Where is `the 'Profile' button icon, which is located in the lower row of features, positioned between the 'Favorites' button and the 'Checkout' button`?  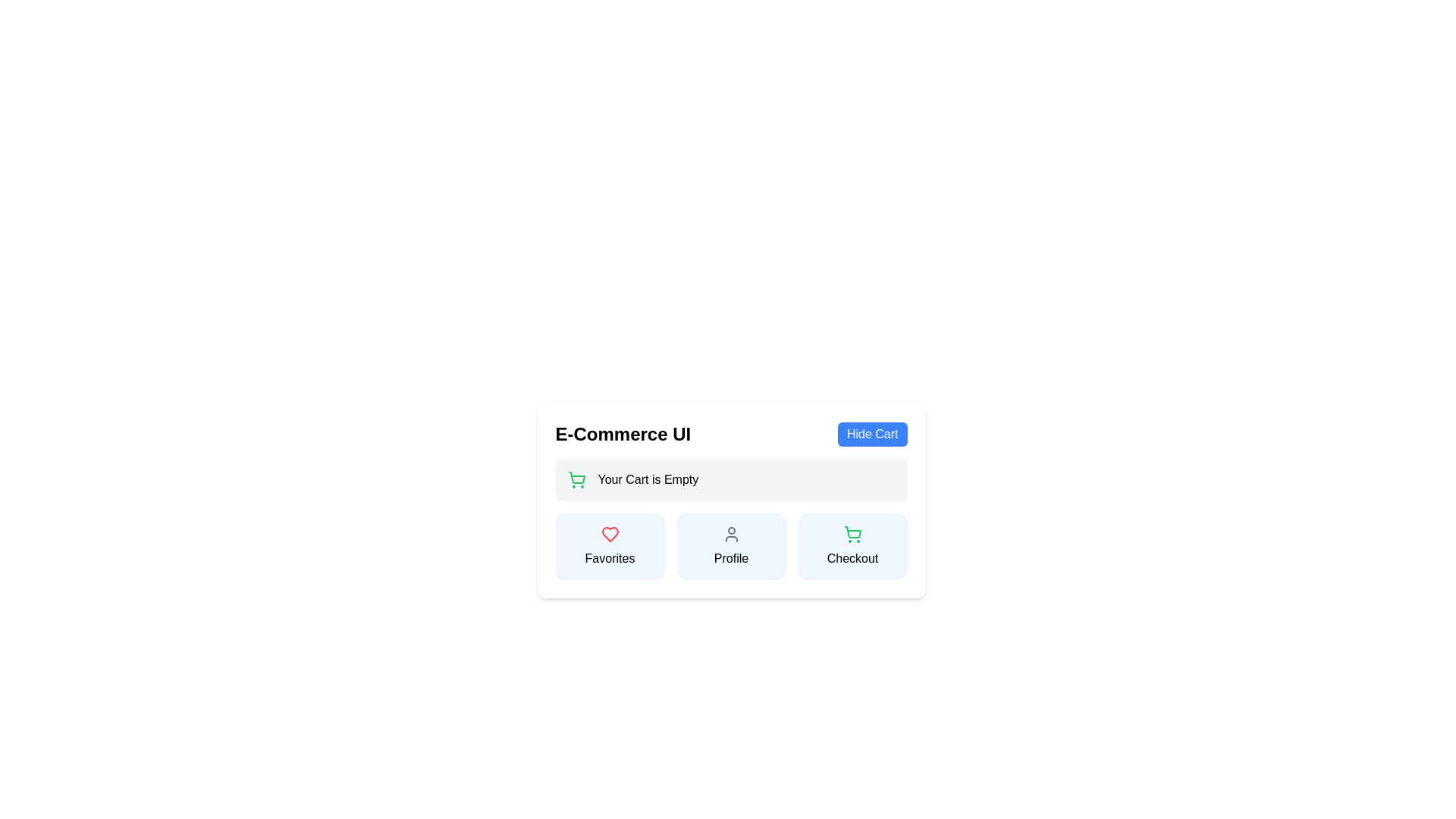
the 'Profile' button icon, which is located in the lower row of features, positioned between the 'Favorites' button and the 'Checkout' button is located at coordinates (731, 534).